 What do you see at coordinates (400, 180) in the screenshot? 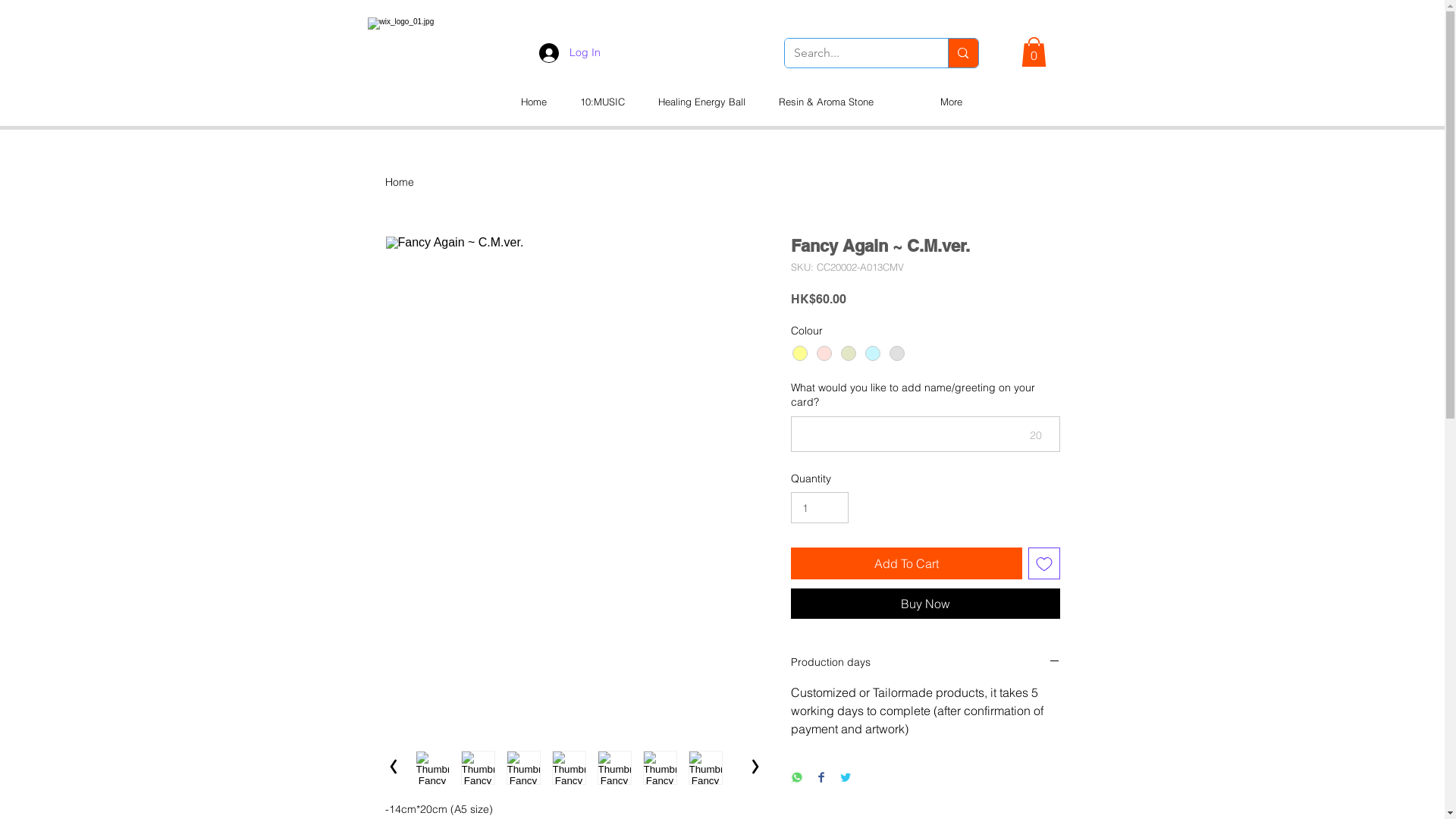
I see `'Home'` at bounding box center [400, 180].